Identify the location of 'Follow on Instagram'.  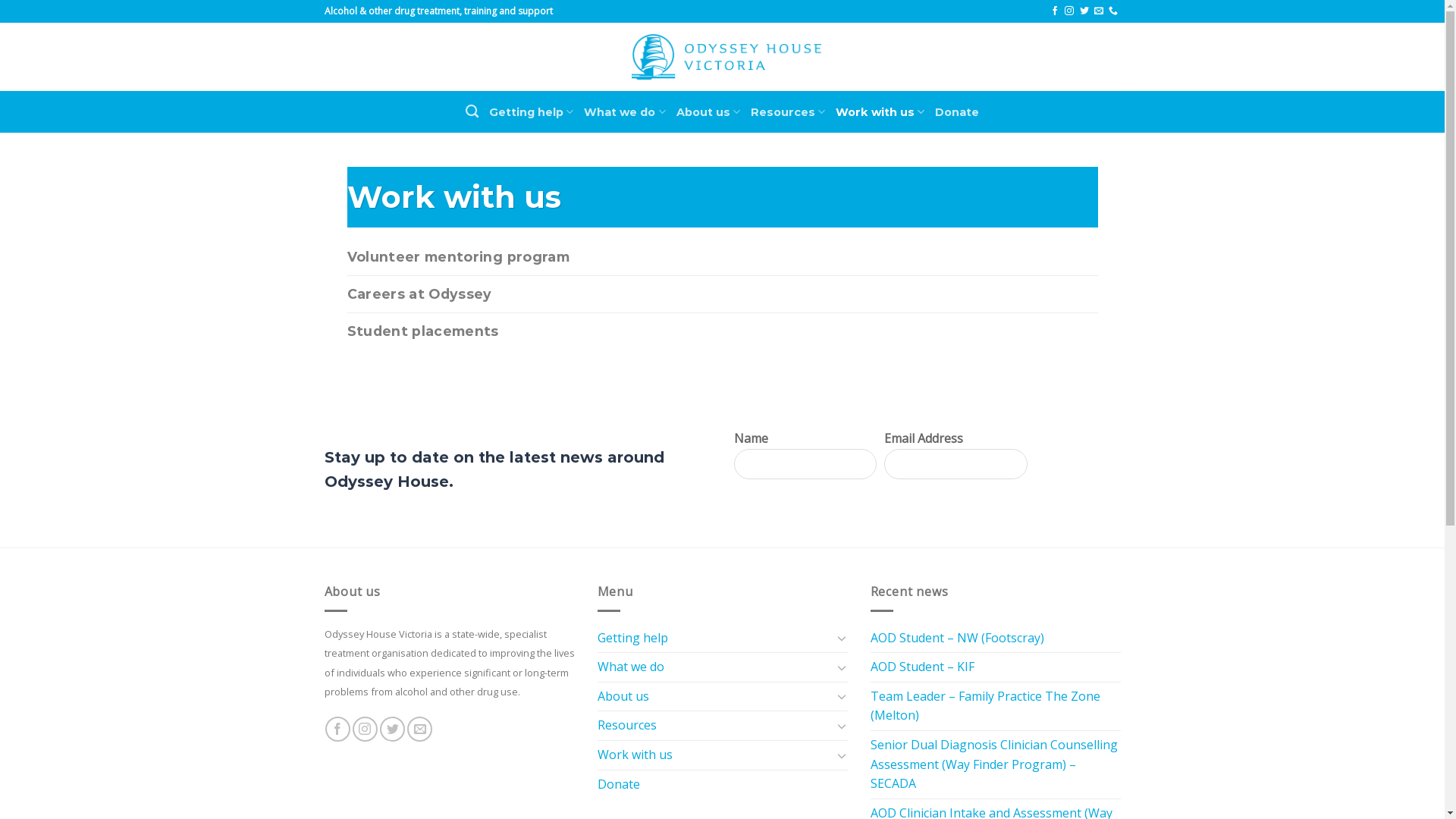
(1068, 11).